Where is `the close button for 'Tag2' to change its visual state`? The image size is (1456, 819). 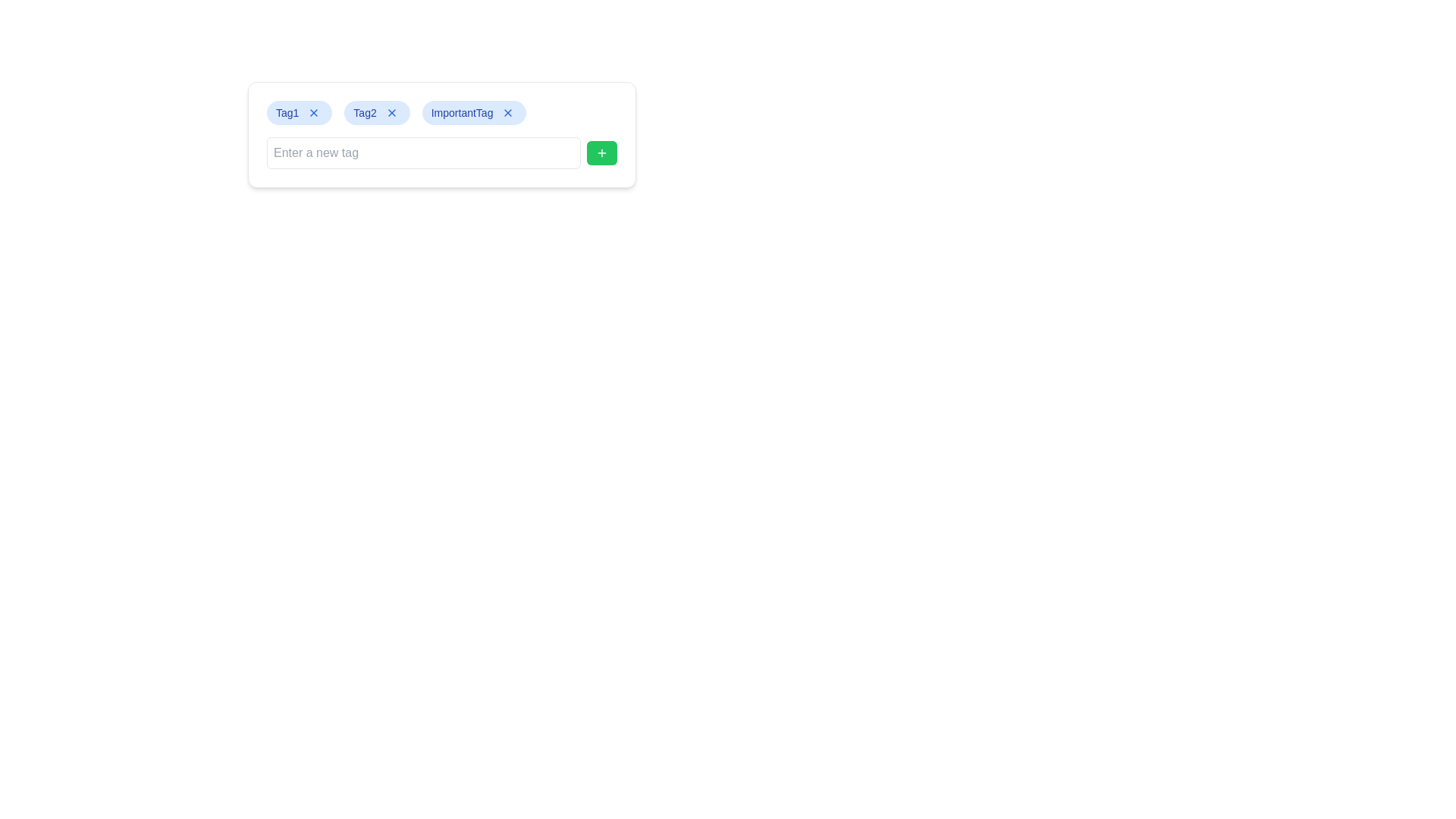
the close button for 'Tag2' to change its visual state is located at coordinates (391, 112).